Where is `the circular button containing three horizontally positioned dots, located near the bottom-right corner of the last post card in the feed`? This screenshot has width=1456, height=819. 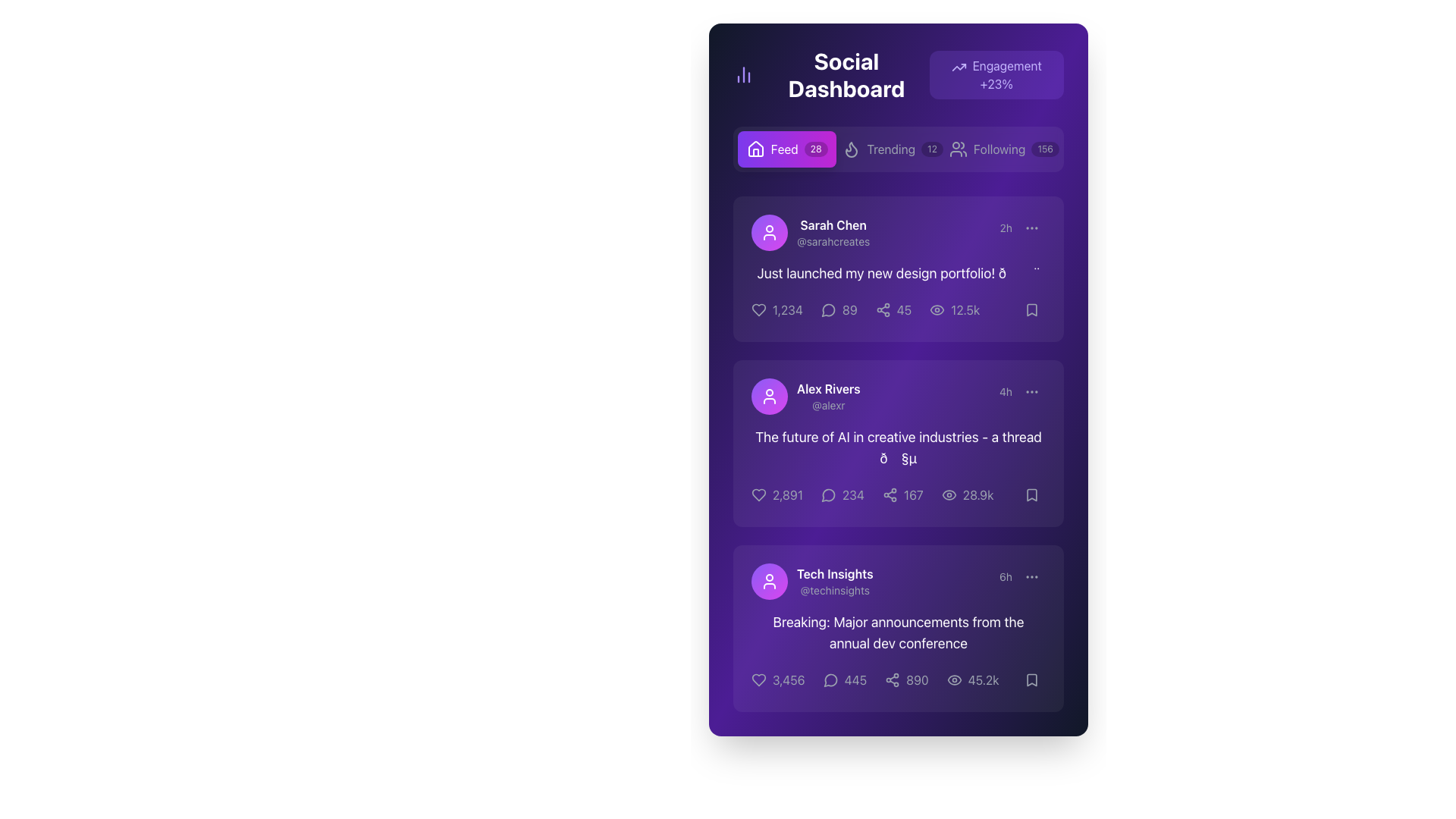 the circular button containing three horizontally positioned dots, located near the bottom-right corner of the last post card in the feed is located at coordinates (1031, 576).